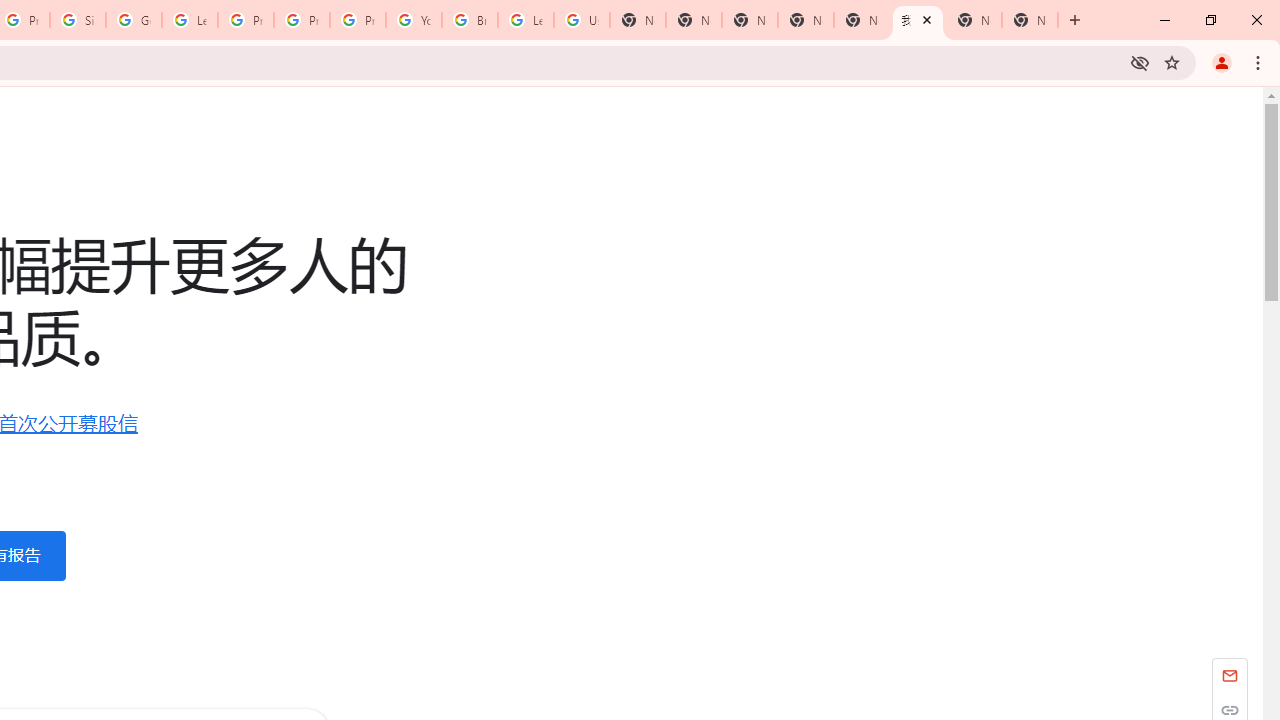 The image size is (1280, 720). I want to click on 'Privacy Help Center - Policies Help', so click(301, 20).